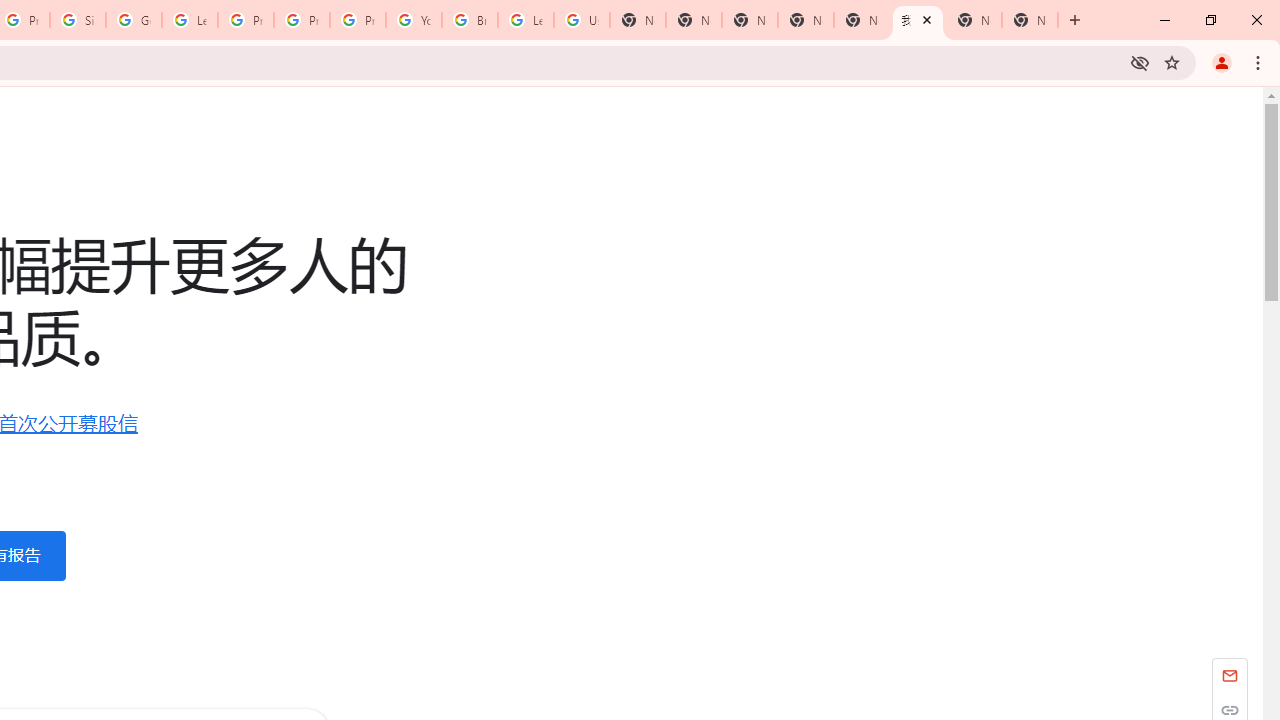 The image size is (1280, 720). I want to click on 'Privacy Help Center - Policies Help', so click(301, 20).